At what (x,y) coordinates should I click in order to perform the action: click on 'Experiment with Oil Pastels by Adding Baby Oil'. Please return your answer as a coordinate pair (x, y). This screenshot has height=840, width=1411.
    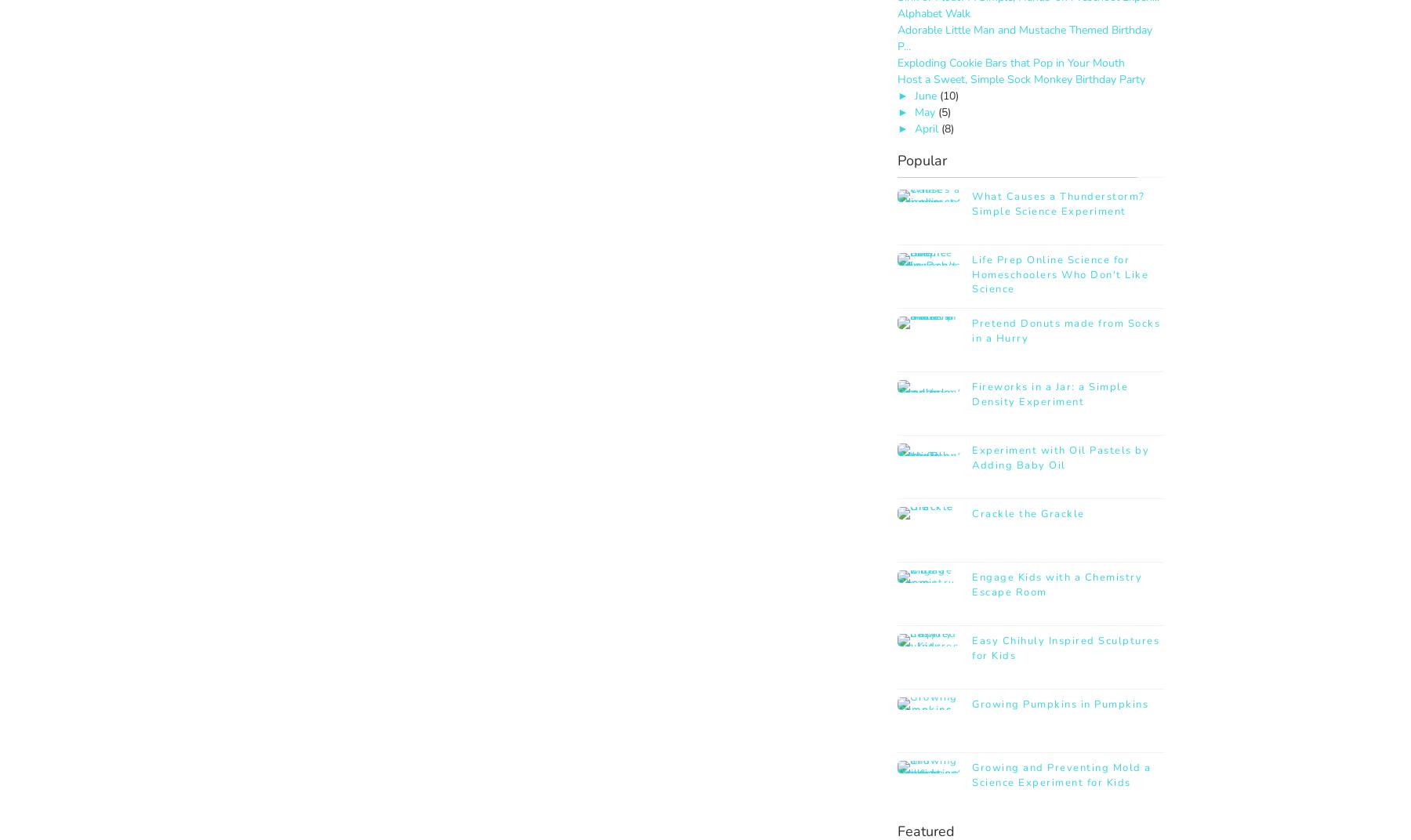
    Looking at the image, I should click on (1060, 457).